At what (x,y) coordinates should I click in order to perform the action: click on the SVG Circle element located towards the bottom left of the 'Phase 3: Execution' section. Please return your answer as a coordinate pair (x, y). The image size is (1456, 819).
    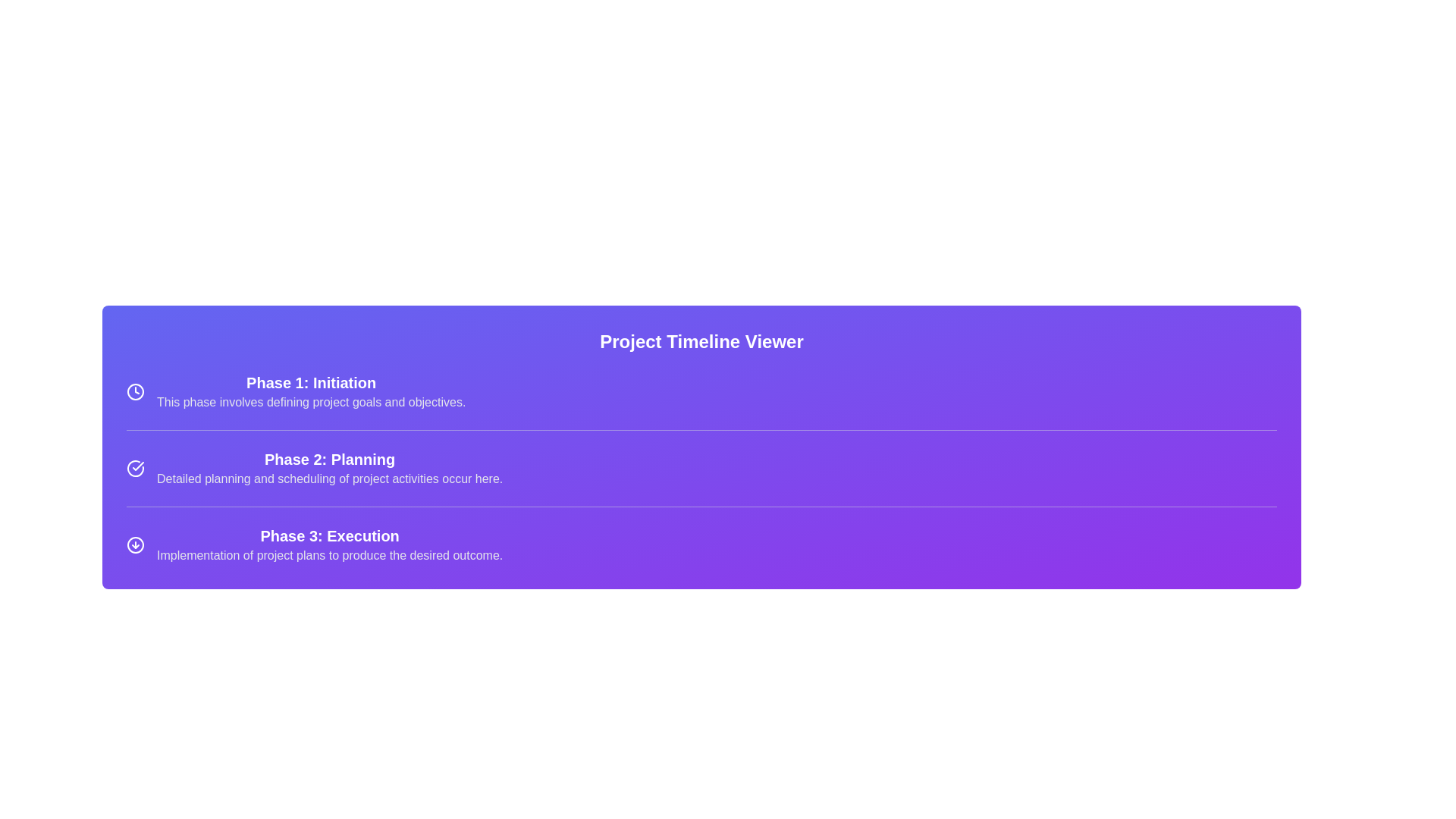
    Looking at the image, I should click on (135, 544).